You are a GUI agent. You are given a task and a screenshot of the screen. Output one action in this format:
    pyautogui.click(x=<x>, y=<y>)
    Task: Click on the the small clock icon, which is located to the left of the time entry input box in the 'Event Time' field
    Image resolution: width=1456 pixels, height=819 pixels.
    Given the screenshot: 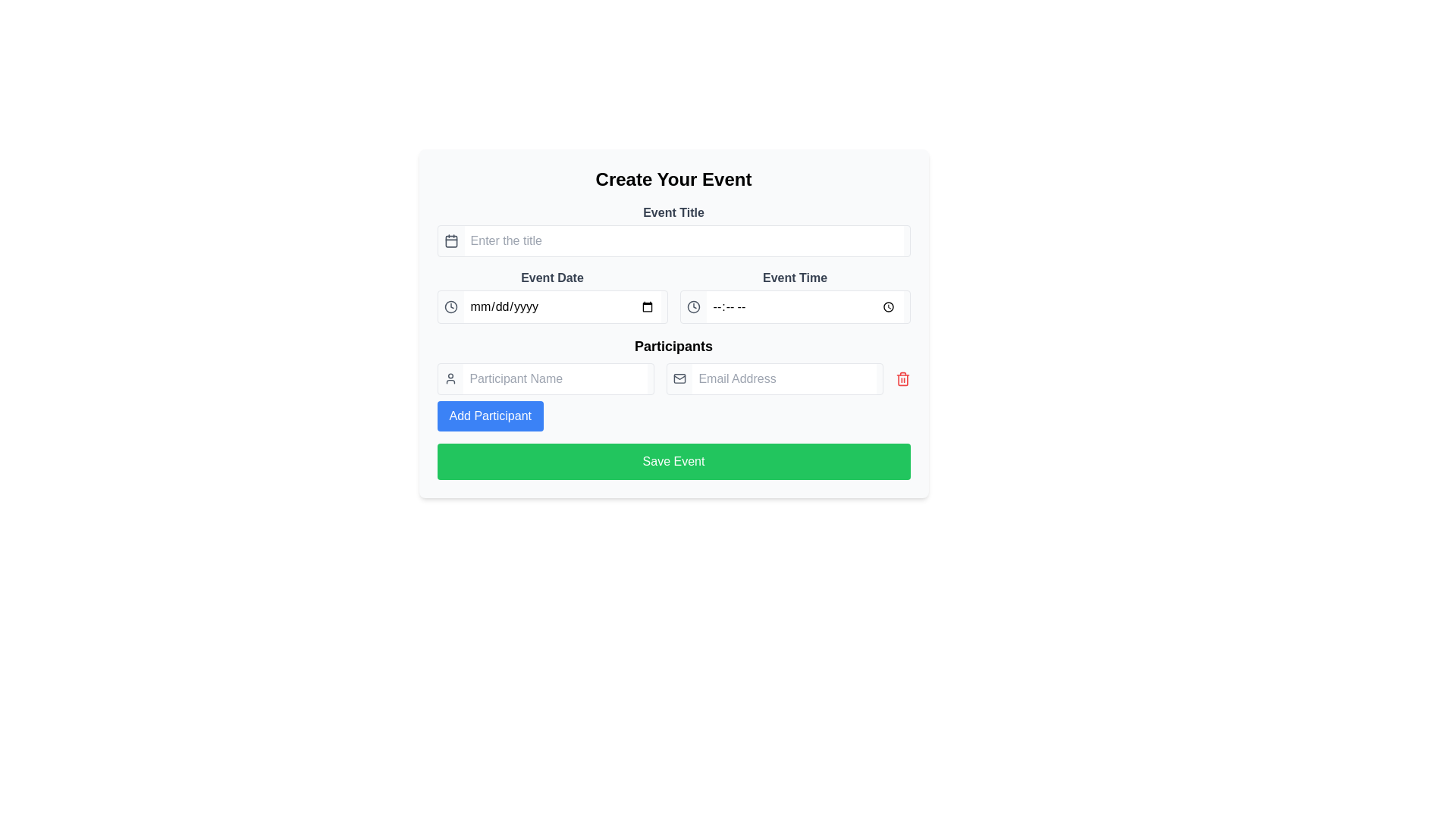 What is the action you would take?
    pyautogui.click(x=692, y=307)
    